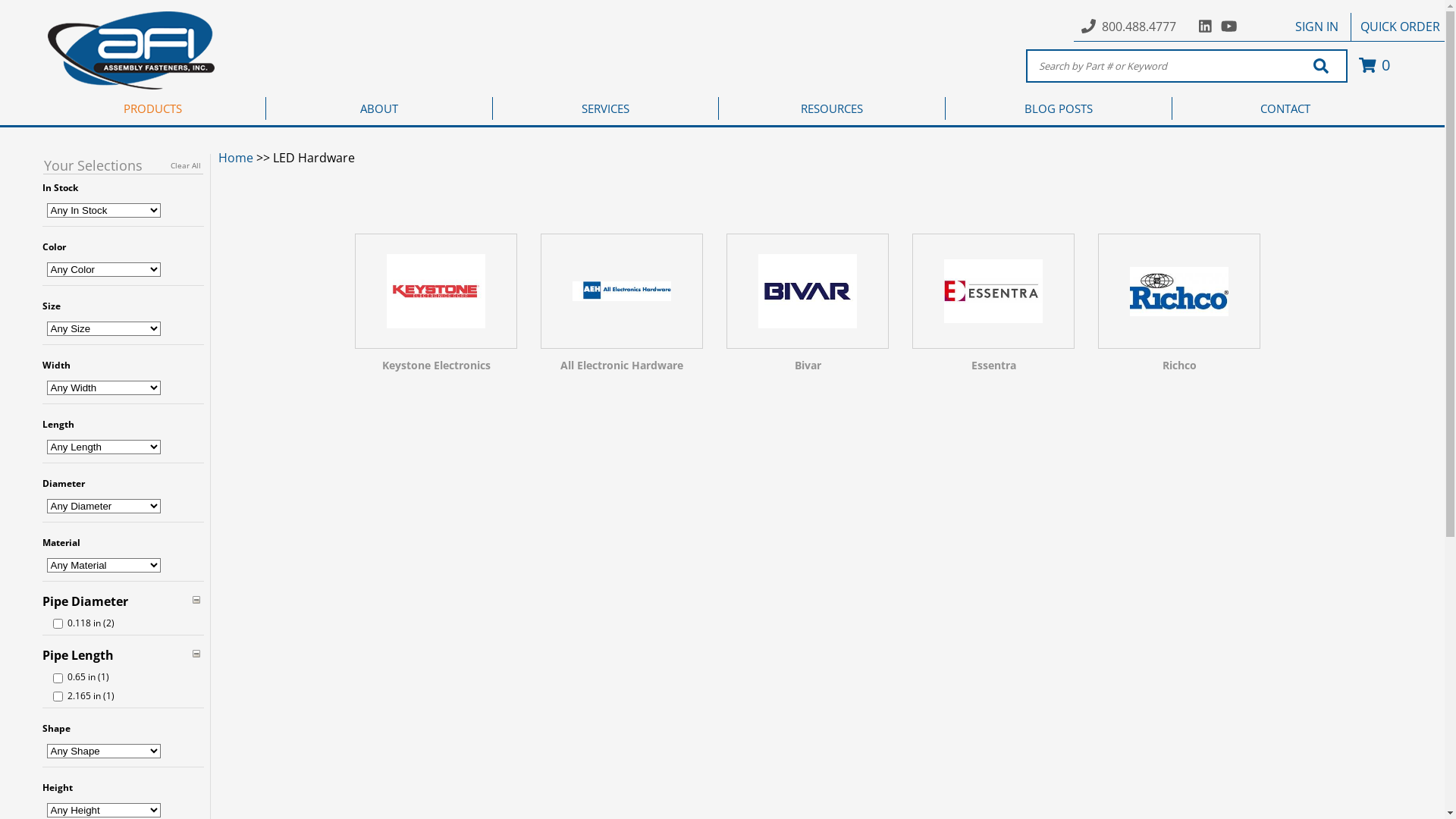  What do you see at coordinates (58, 623) in the screenshot?
I see `'0@@2e118 in'` at bounding box center [58, 623].